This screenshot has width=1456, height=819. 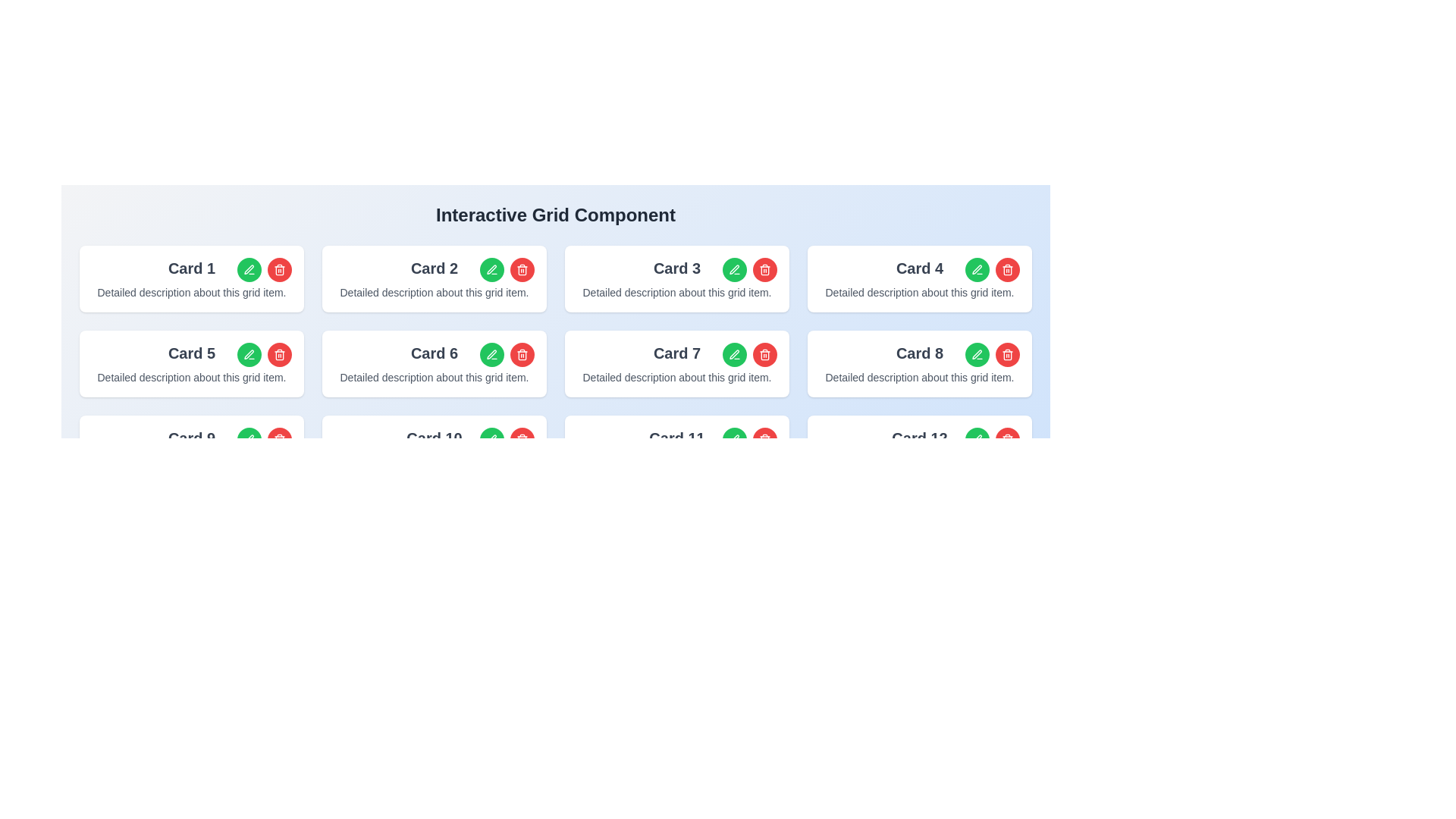 I want to click on the title text located in the second card of the grid layout, which is positioned directly below the header 'Interactive Grid Component', so click(x=433, y=268).